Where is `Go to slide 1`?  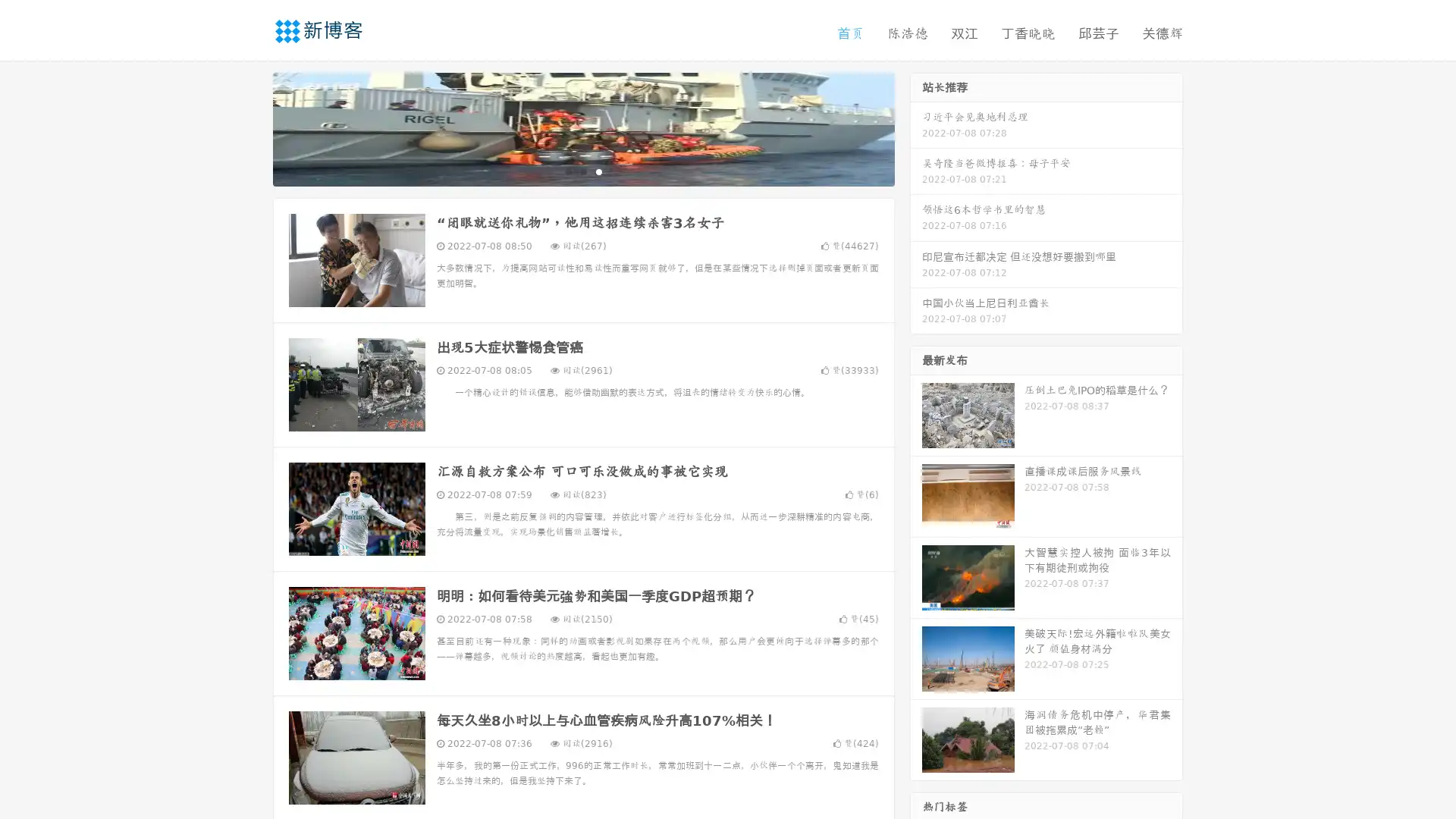
Go to slide 1 is located at coordinates (567, 171).